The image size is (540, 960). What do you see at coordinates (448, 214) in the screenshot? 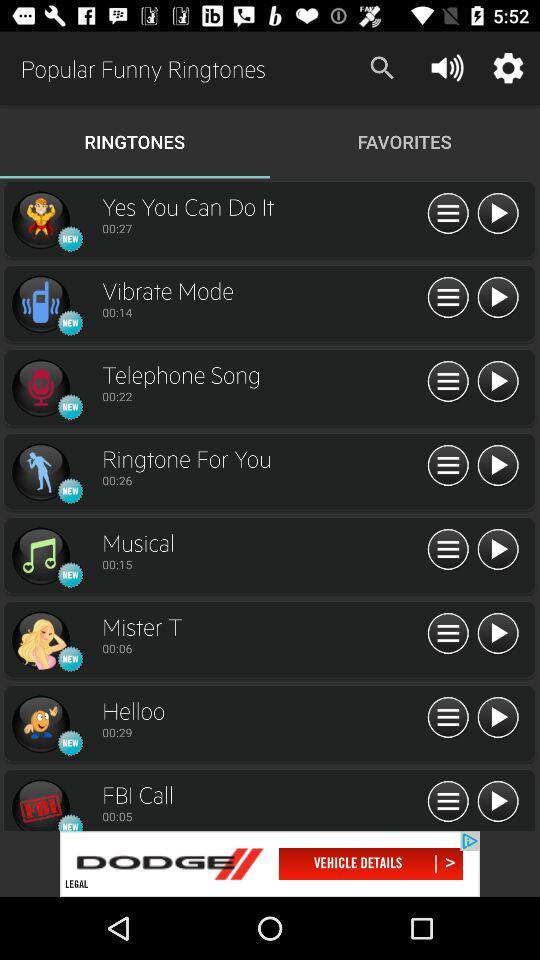
I see `menu icon` at bounding box center [448, 214].